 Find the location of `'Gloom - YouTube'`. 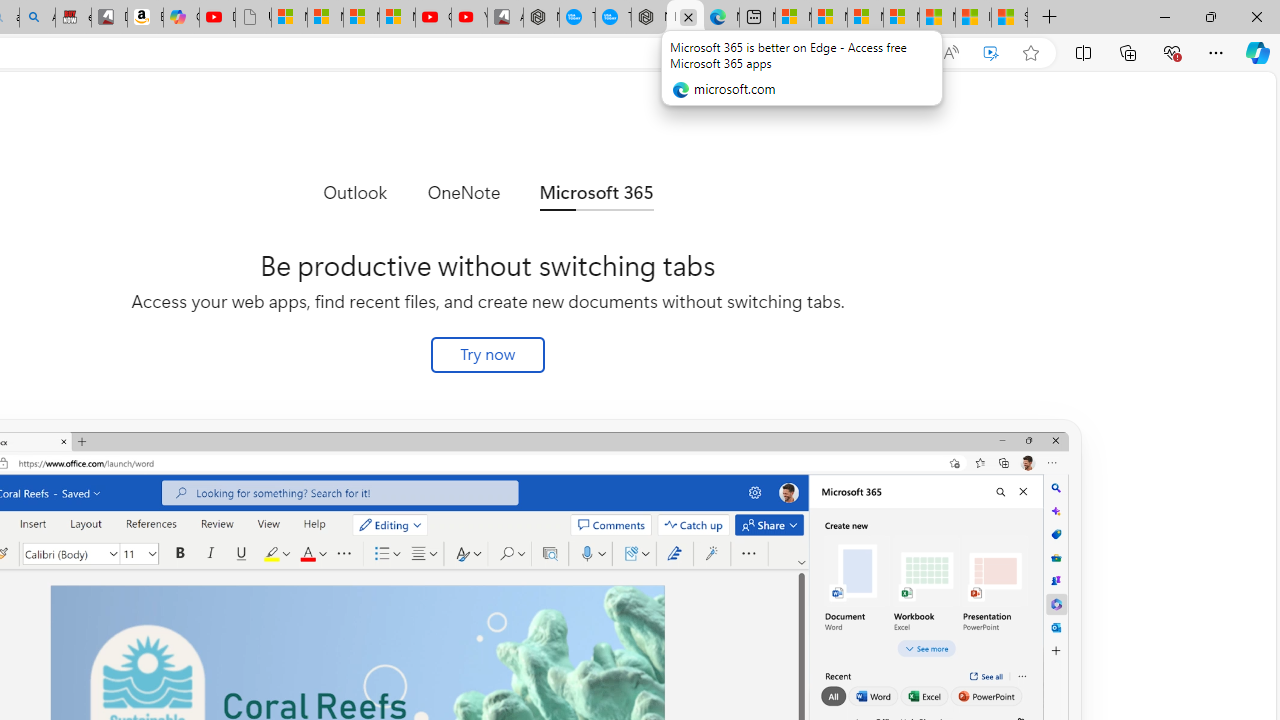

'Gloom - YouTube' is located at coordinates (432, 17).